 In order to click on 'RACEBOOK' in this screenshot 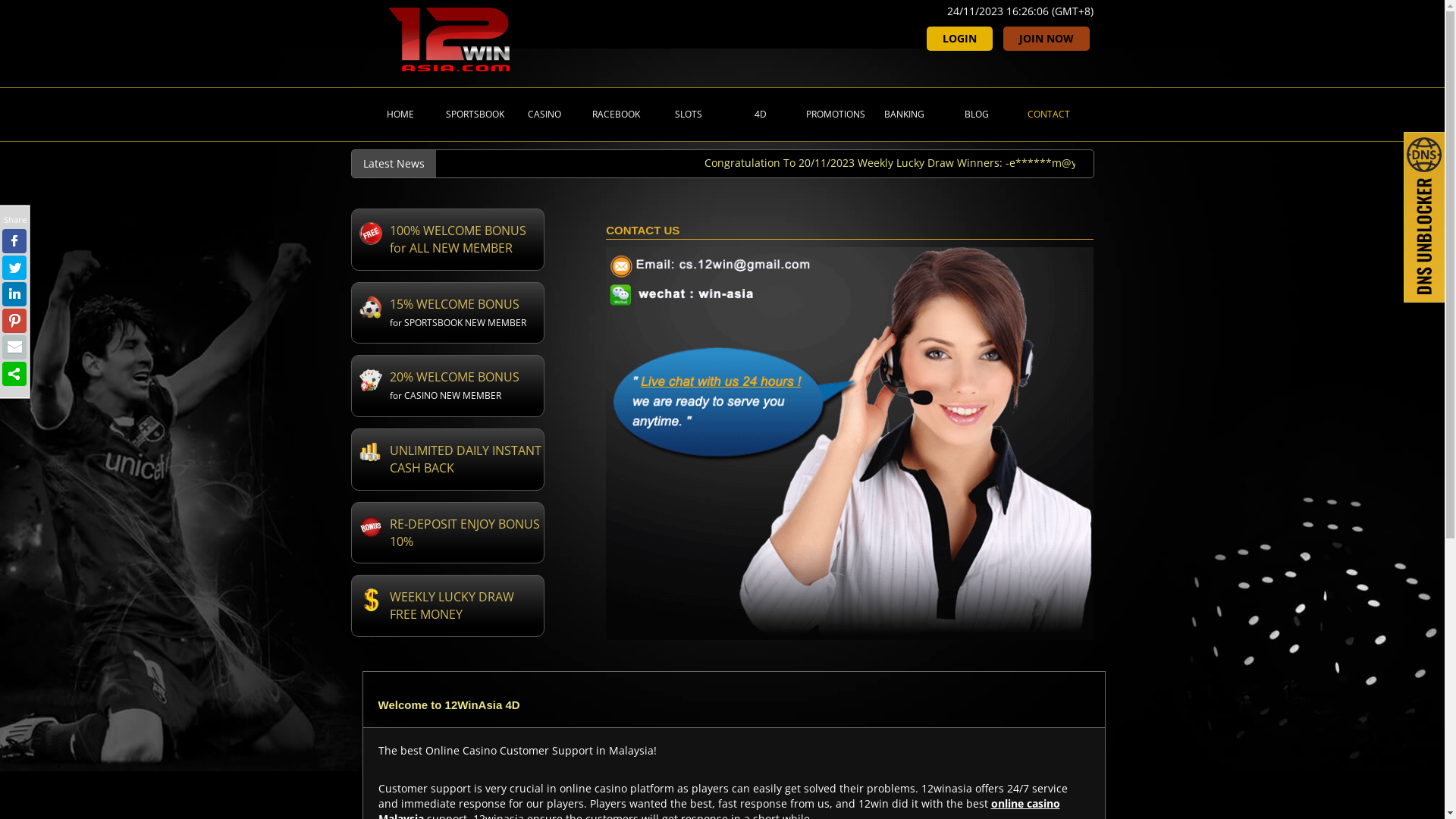, I will do `click(613, 113)`.